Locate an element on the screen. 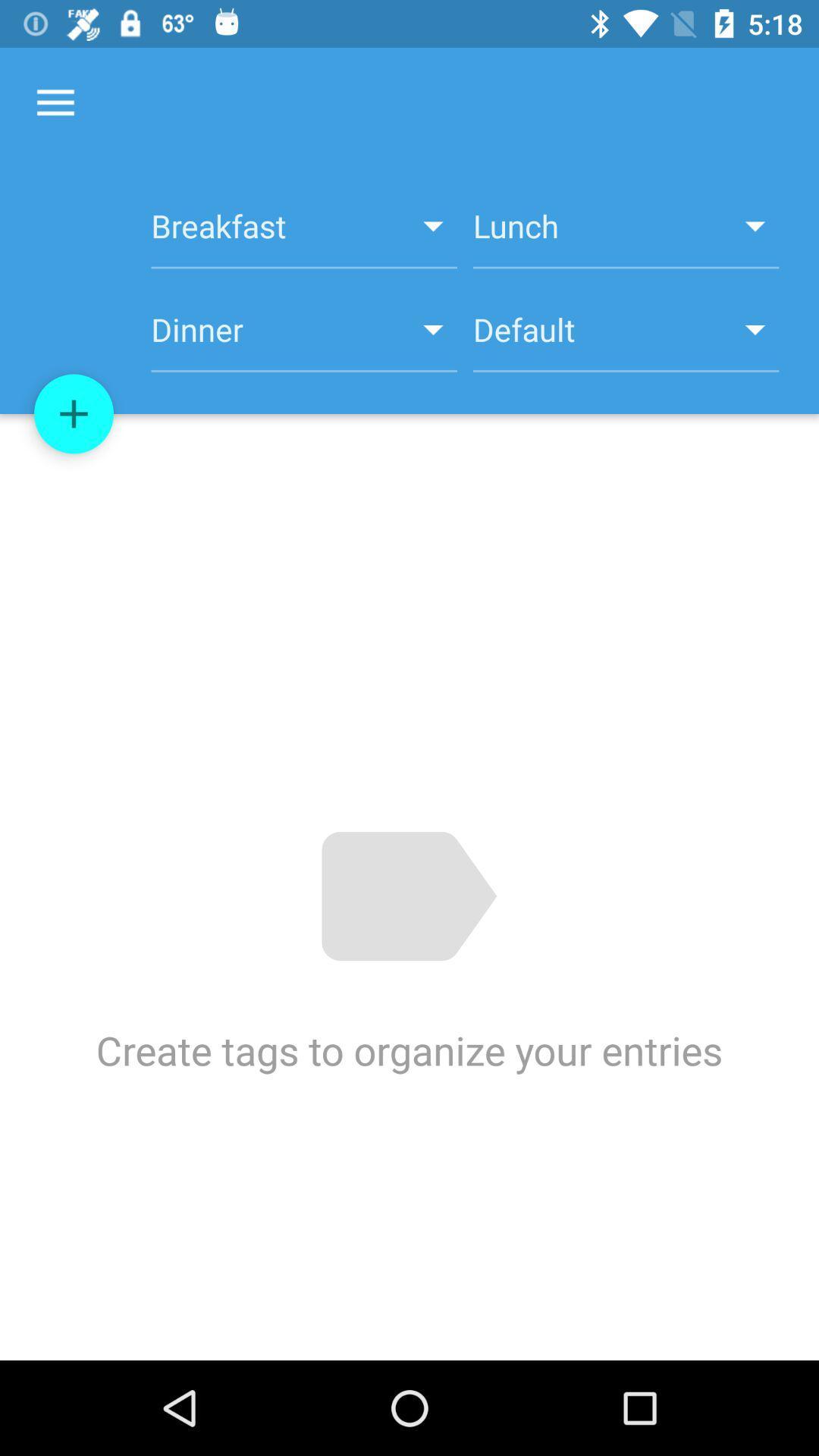 The image size is (819, 1456). default is located at coordinates (626, 337).